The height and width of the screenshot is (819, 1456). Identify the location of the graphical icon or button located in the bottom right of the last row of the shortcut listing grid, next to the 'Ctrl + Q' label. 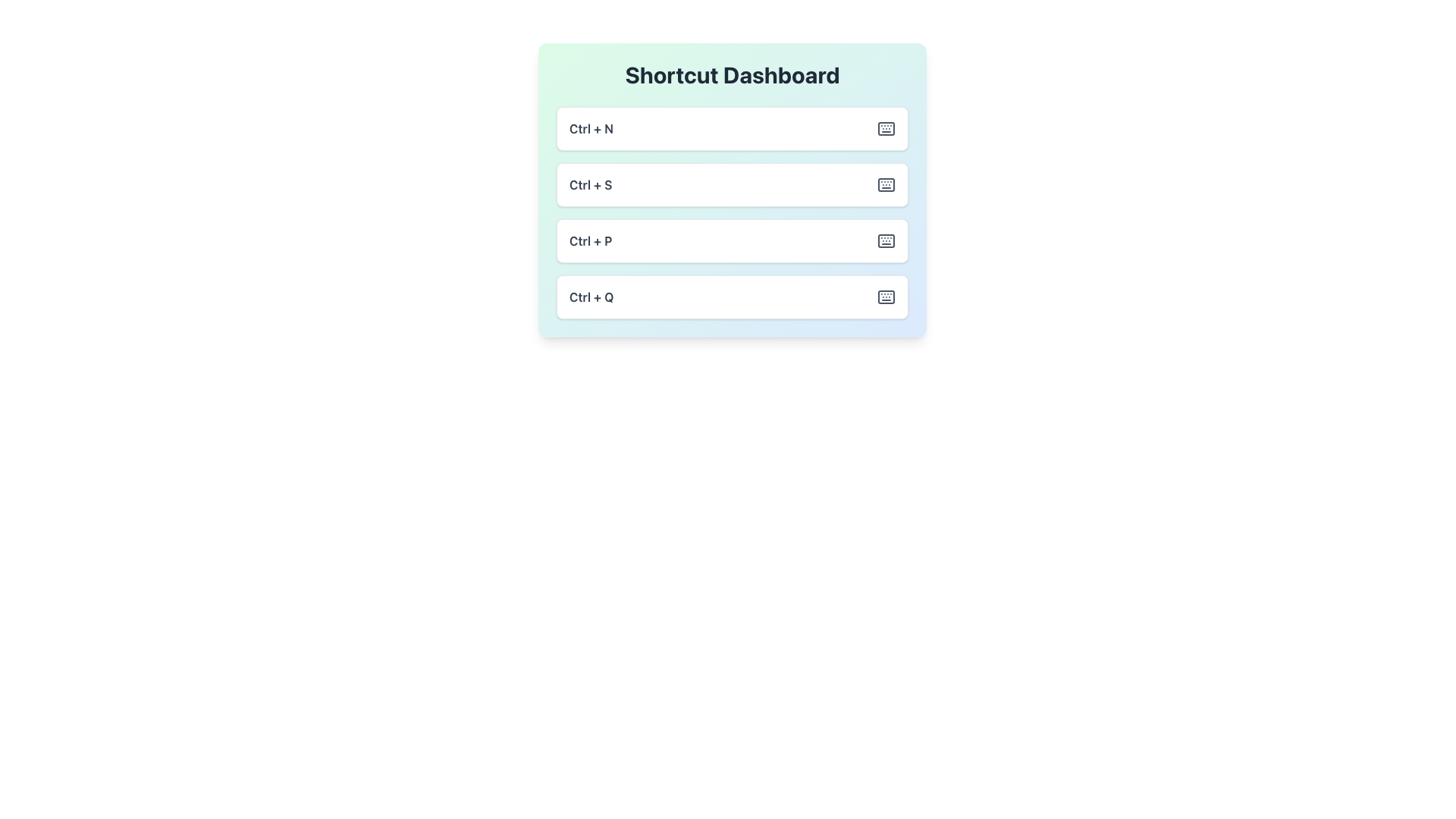
(886, 297).